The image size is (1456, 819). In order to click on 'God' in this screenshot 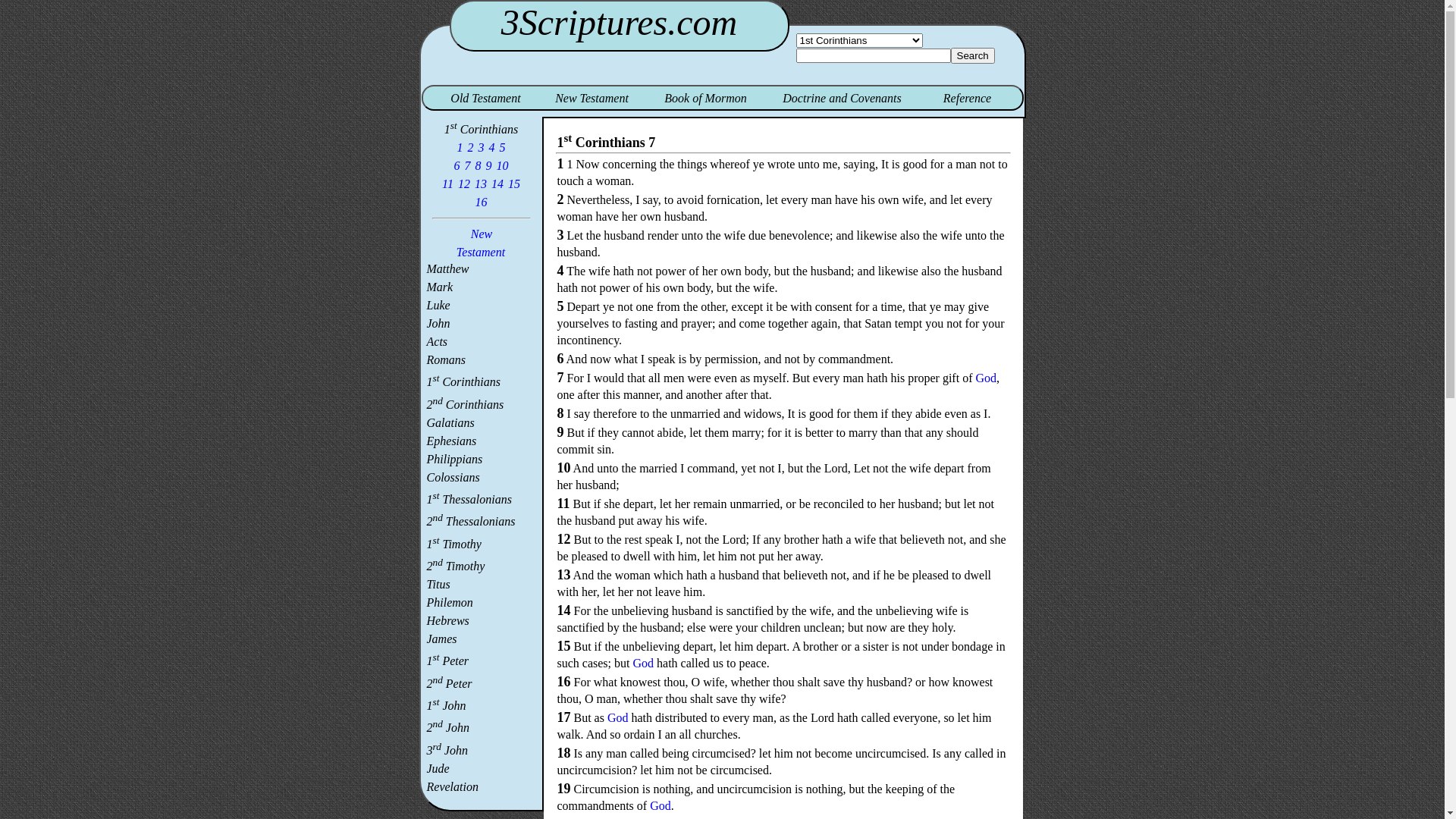, I will do `click(660, 805)`.